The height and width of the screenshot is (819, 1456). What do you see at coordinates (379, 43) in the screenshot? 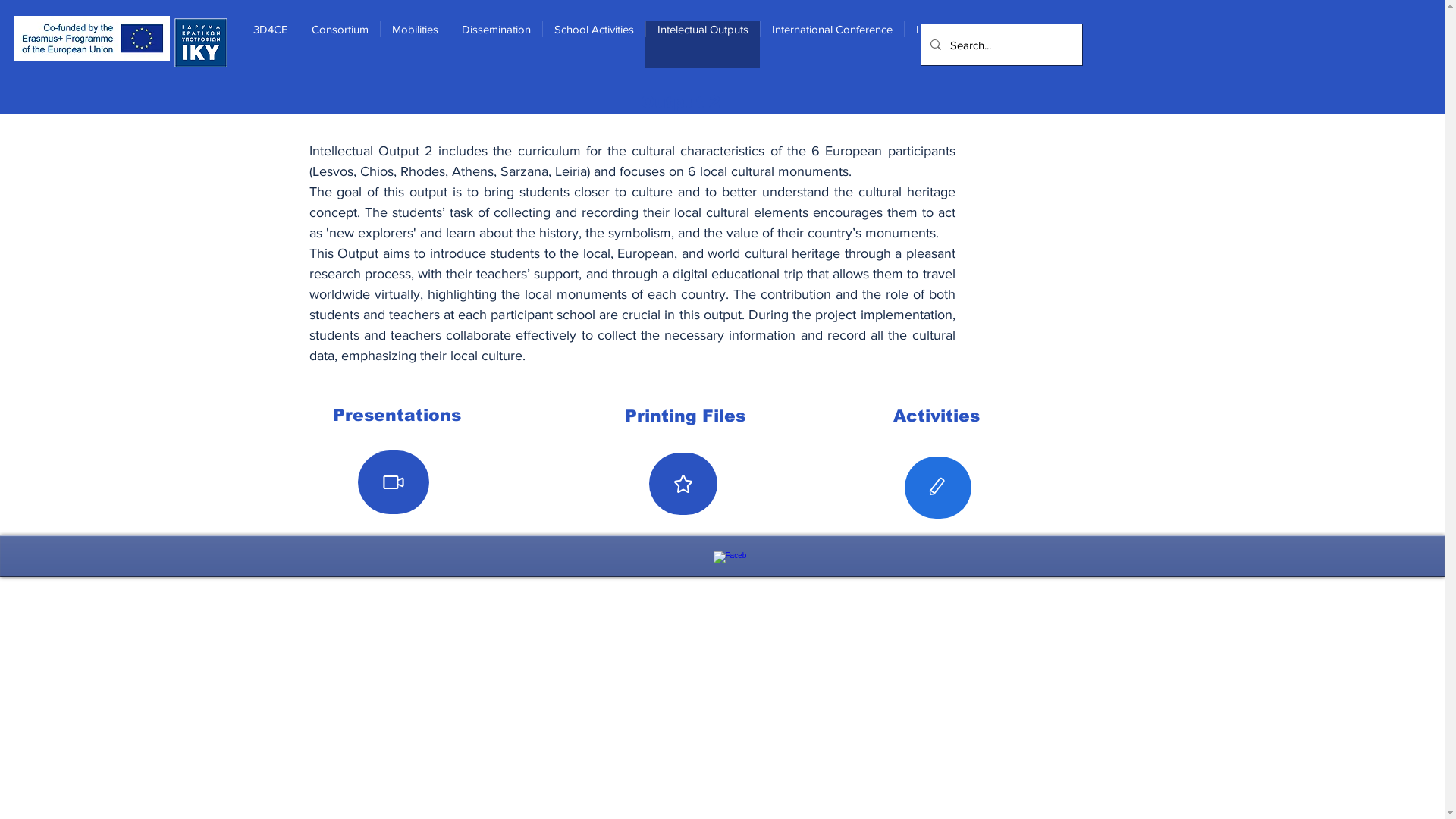
I see `'Mobilities'` at bounding box center [379, 43].